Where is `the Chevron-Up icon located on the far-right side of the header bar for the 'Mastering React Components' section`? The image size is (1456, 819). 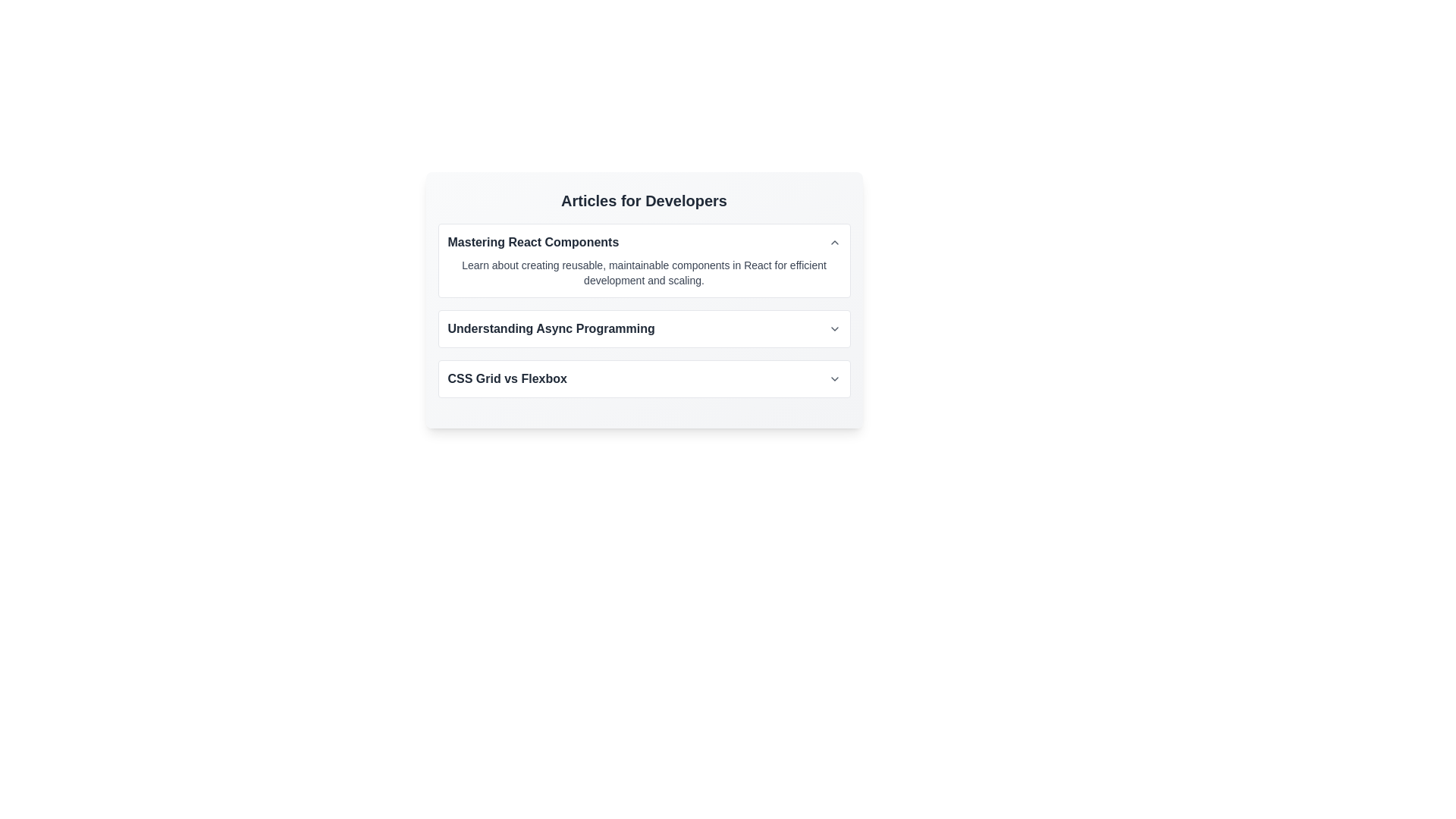 the Chevron-Up icon located on the far-right side of the header bar for the 'Mastering React Components' section is located at coordinates (833, 242).